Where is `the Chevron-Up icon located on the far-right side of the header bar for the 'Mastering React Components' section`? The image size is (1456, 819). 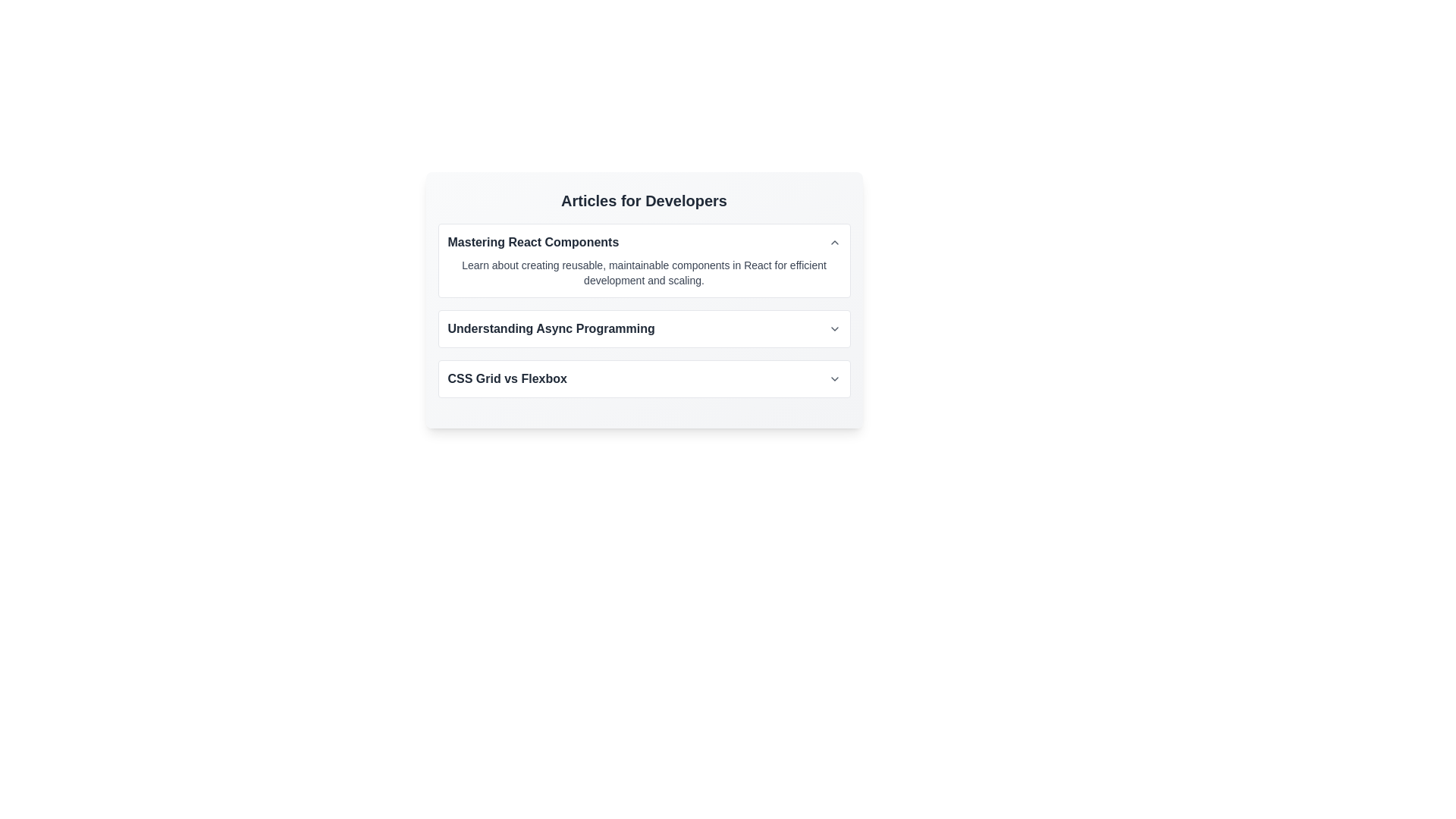 the Chevron-Up icon located on the far-right side of the header bar for the 'Mastering React Components' section is located at coordinates (833, 242).